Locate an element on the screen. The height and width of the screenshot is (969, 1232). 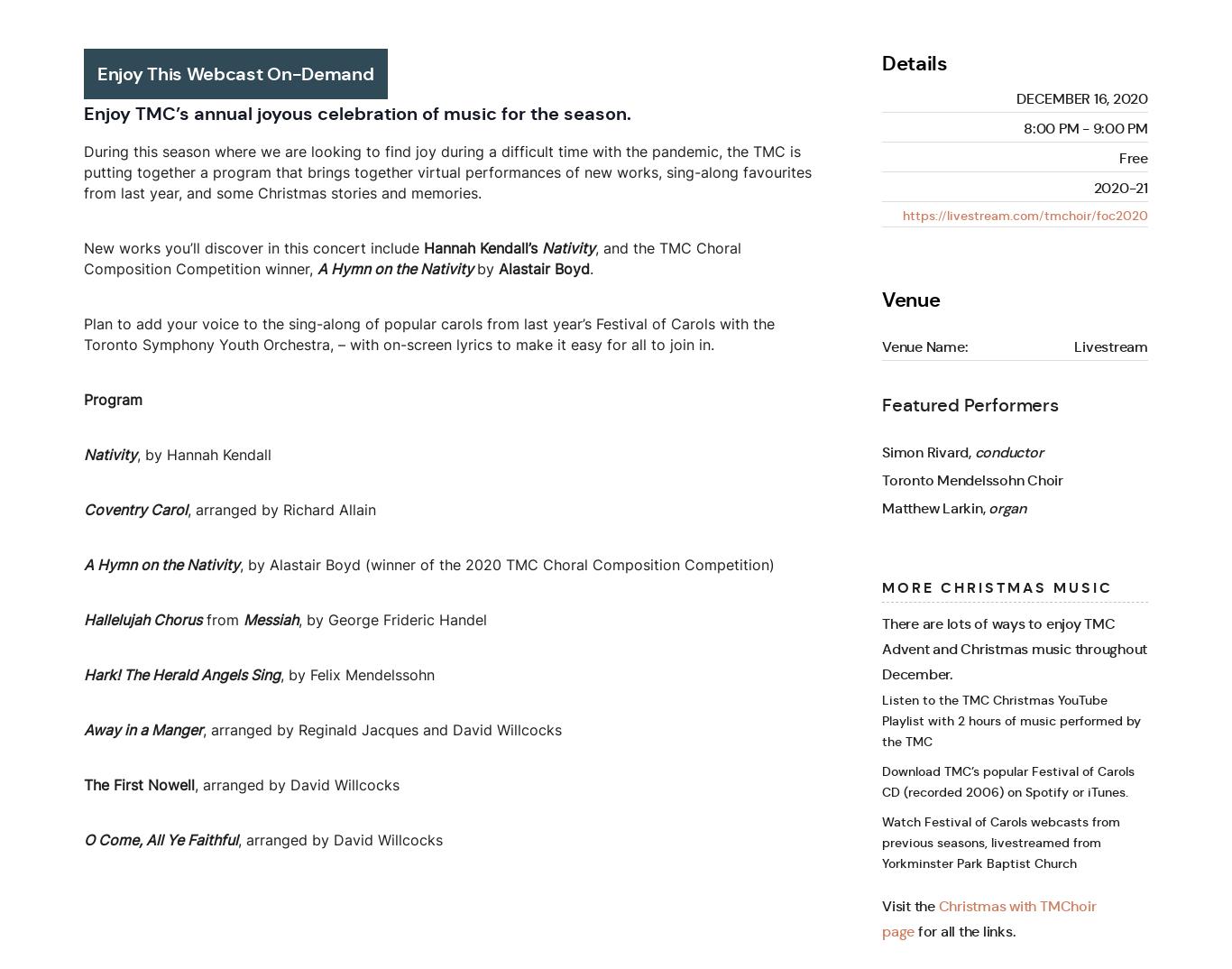
'Free' is located at coordinates (1132, 157).